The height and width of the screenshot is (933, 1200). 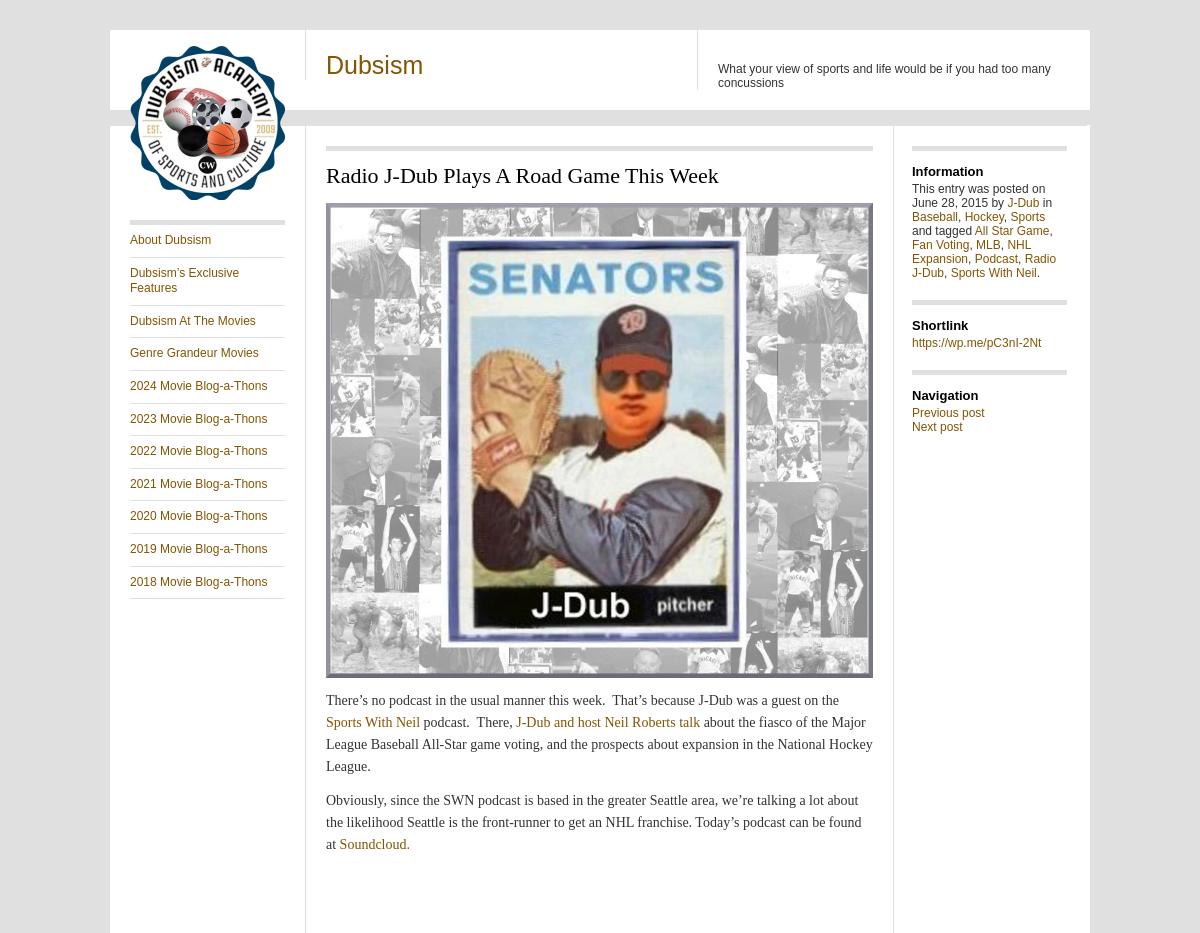 What do you see at coordinates (947, 171) in the screenshot?
I see `'Information'` at bounding box center [947, 171].